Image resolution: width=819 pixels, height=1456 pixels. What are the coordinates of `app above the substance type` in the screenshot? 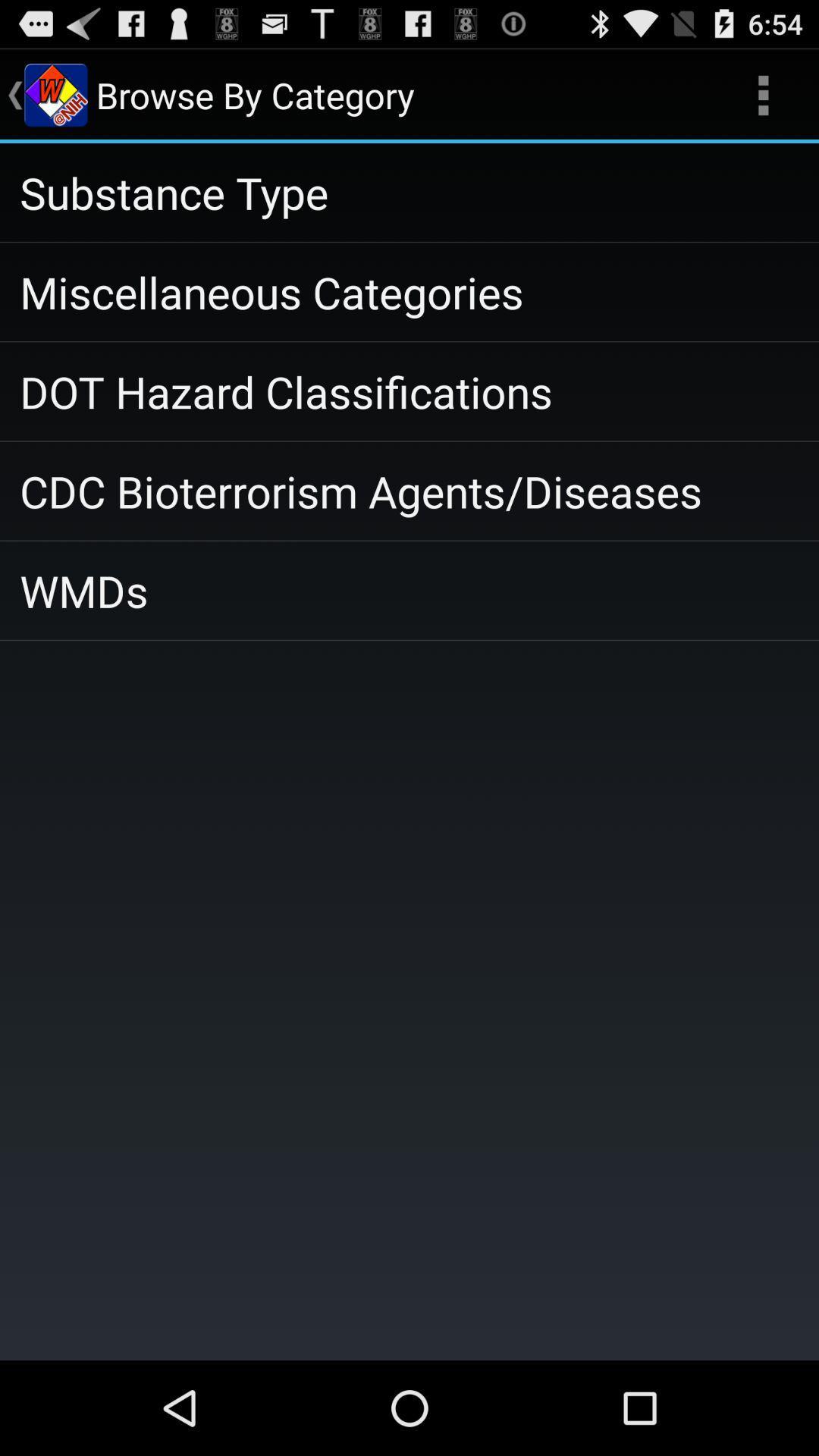 It's located at (763, 94).